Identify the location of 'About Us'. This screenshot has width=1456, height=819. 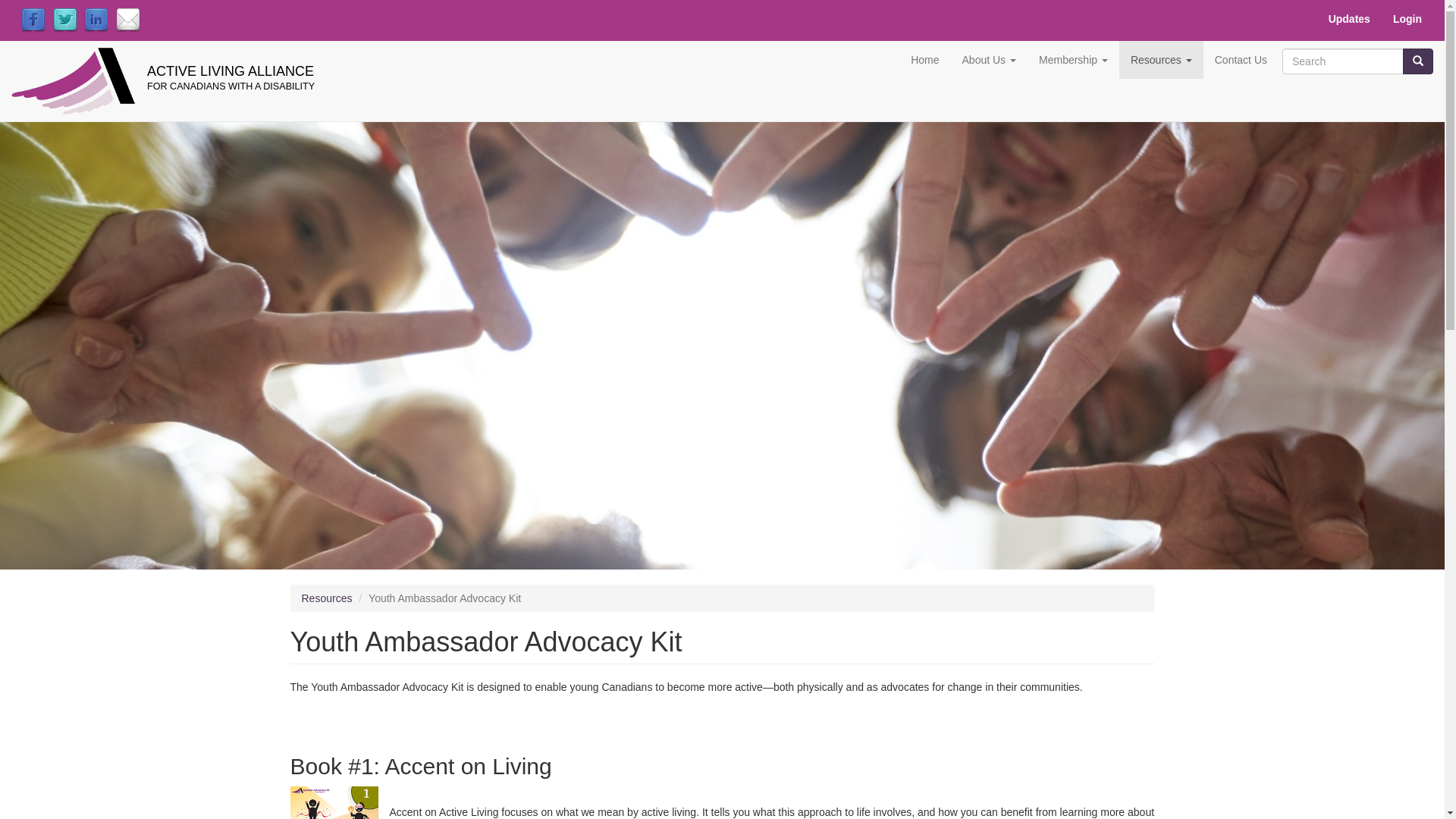
(989, 58).